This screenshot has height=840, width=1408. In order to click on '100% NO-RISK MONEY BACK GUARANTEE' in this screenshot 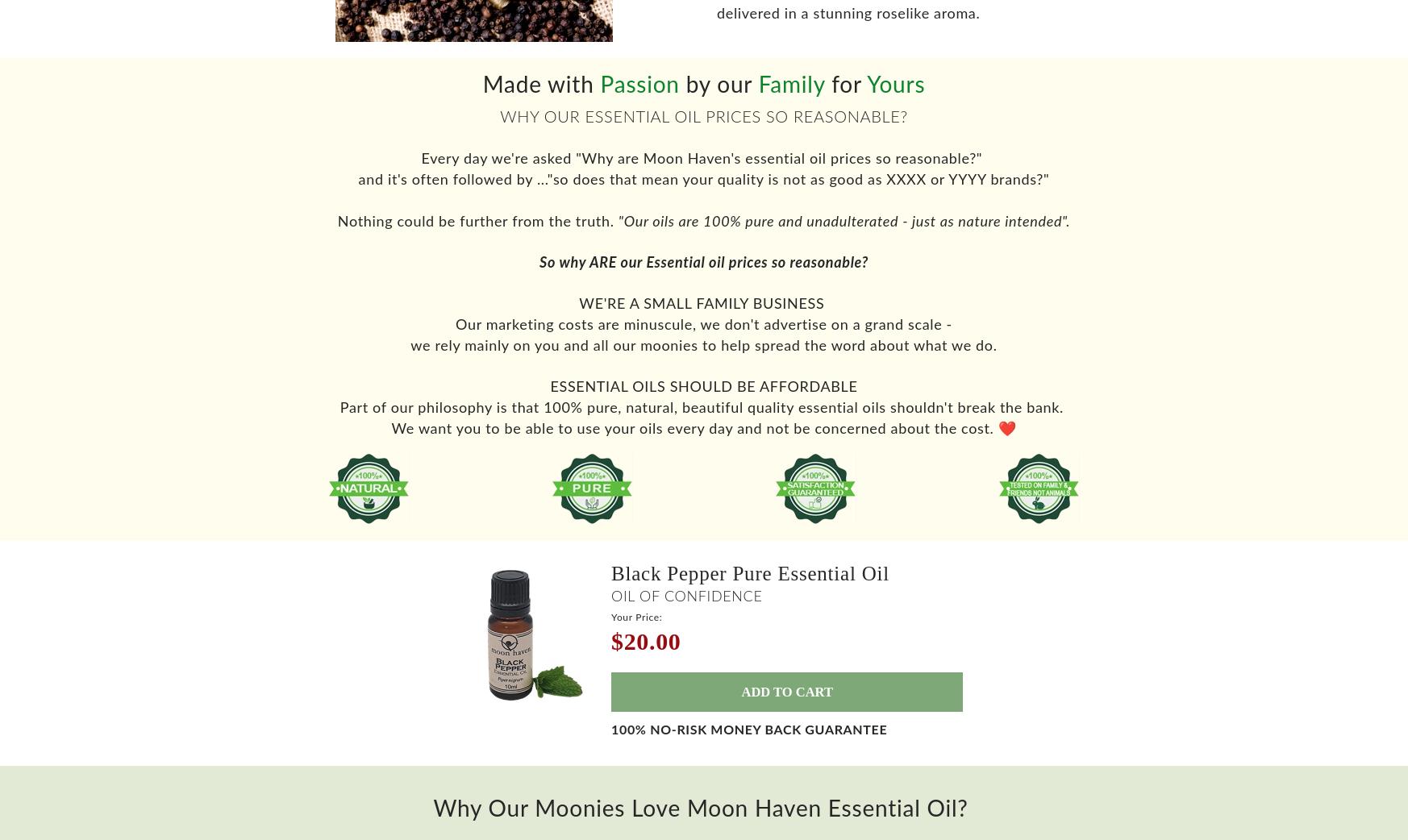, I will do `click(748, 742)`.